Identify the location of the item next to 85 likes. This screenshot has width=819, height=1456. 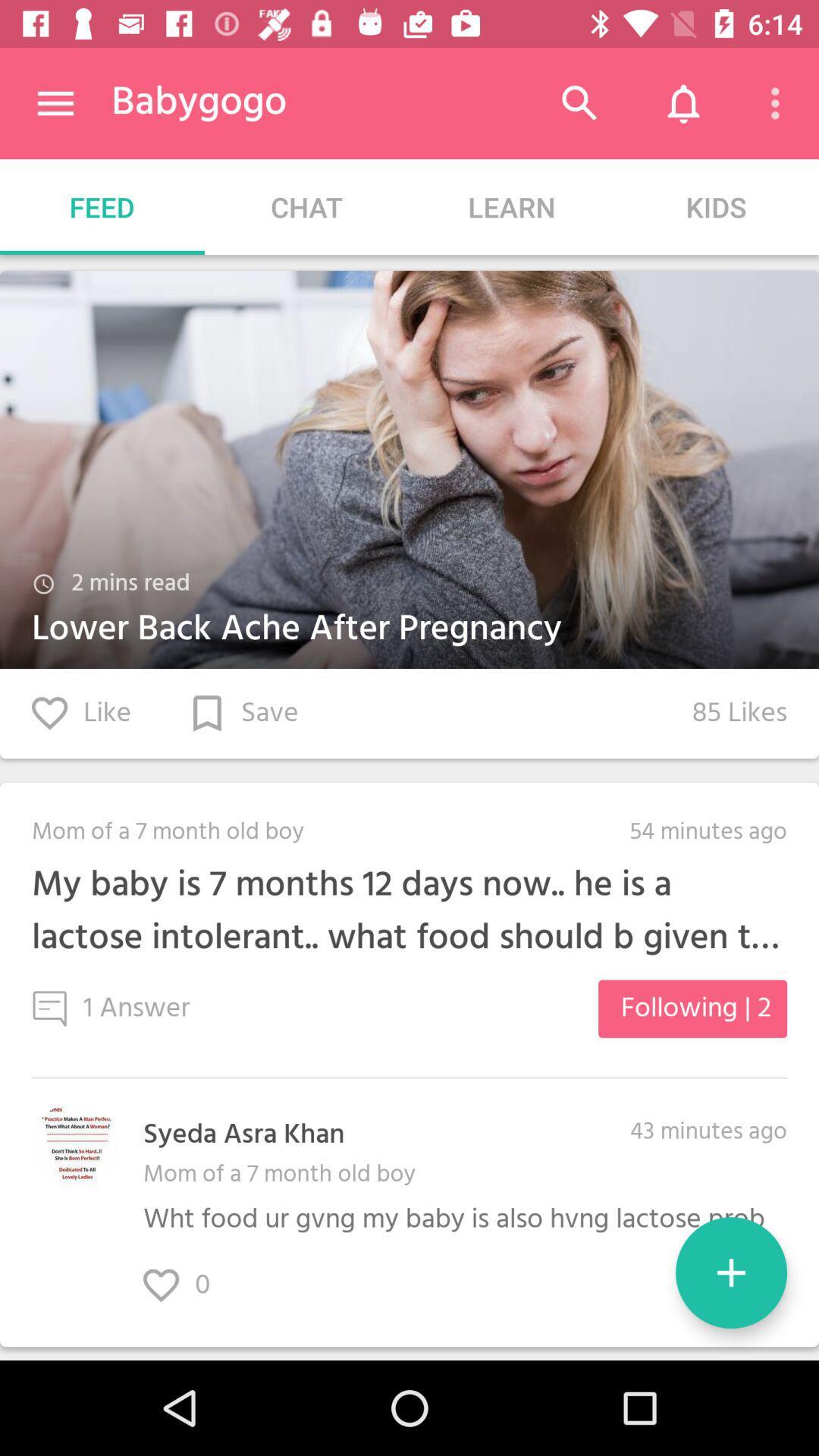
(243, 713).